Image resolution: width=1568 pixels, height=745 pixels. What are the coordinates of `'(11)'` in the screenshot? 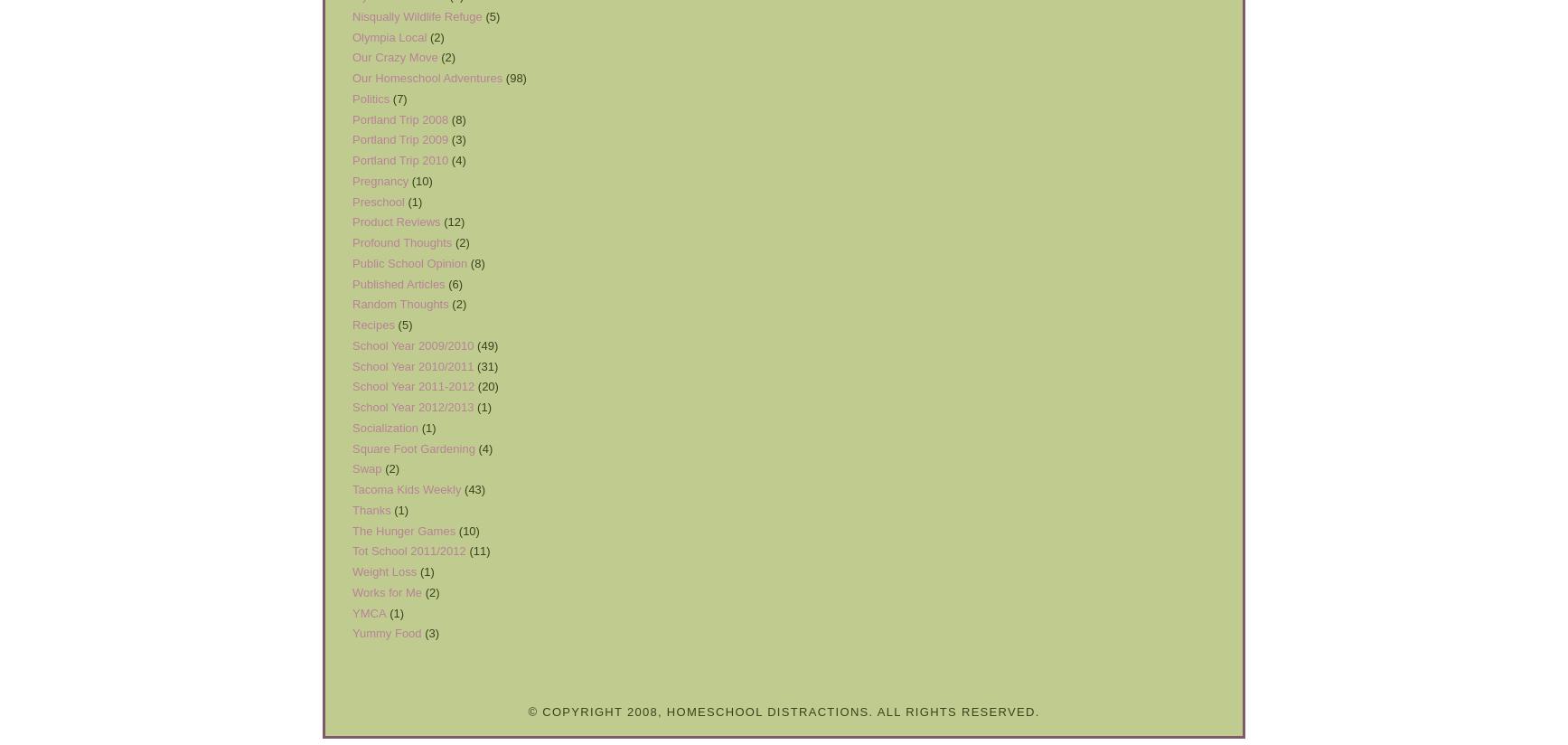 It's located at (479, 551).